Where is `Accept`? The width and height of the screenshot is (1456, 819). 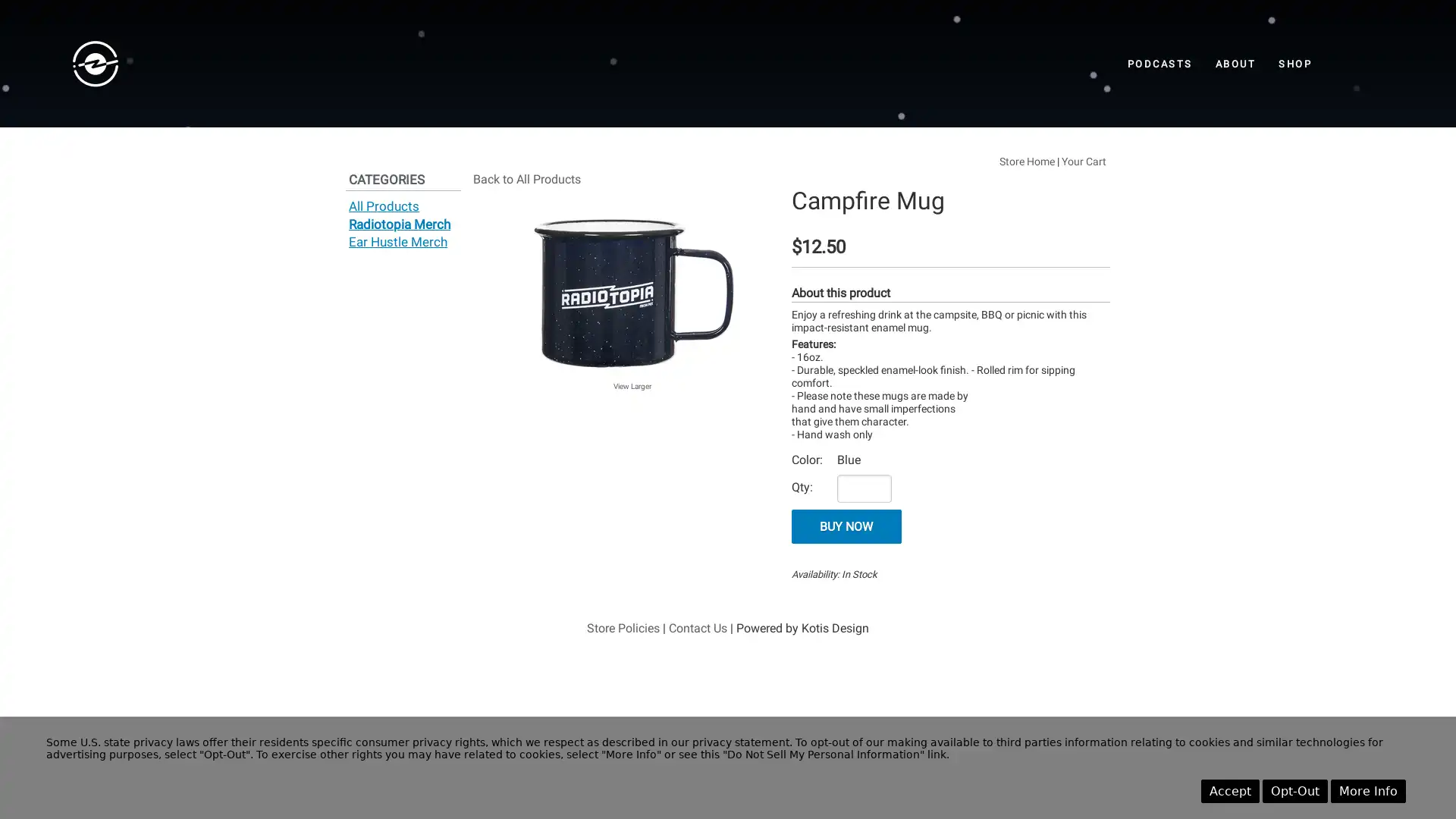
Accept is located at coordinates (1230, 790).